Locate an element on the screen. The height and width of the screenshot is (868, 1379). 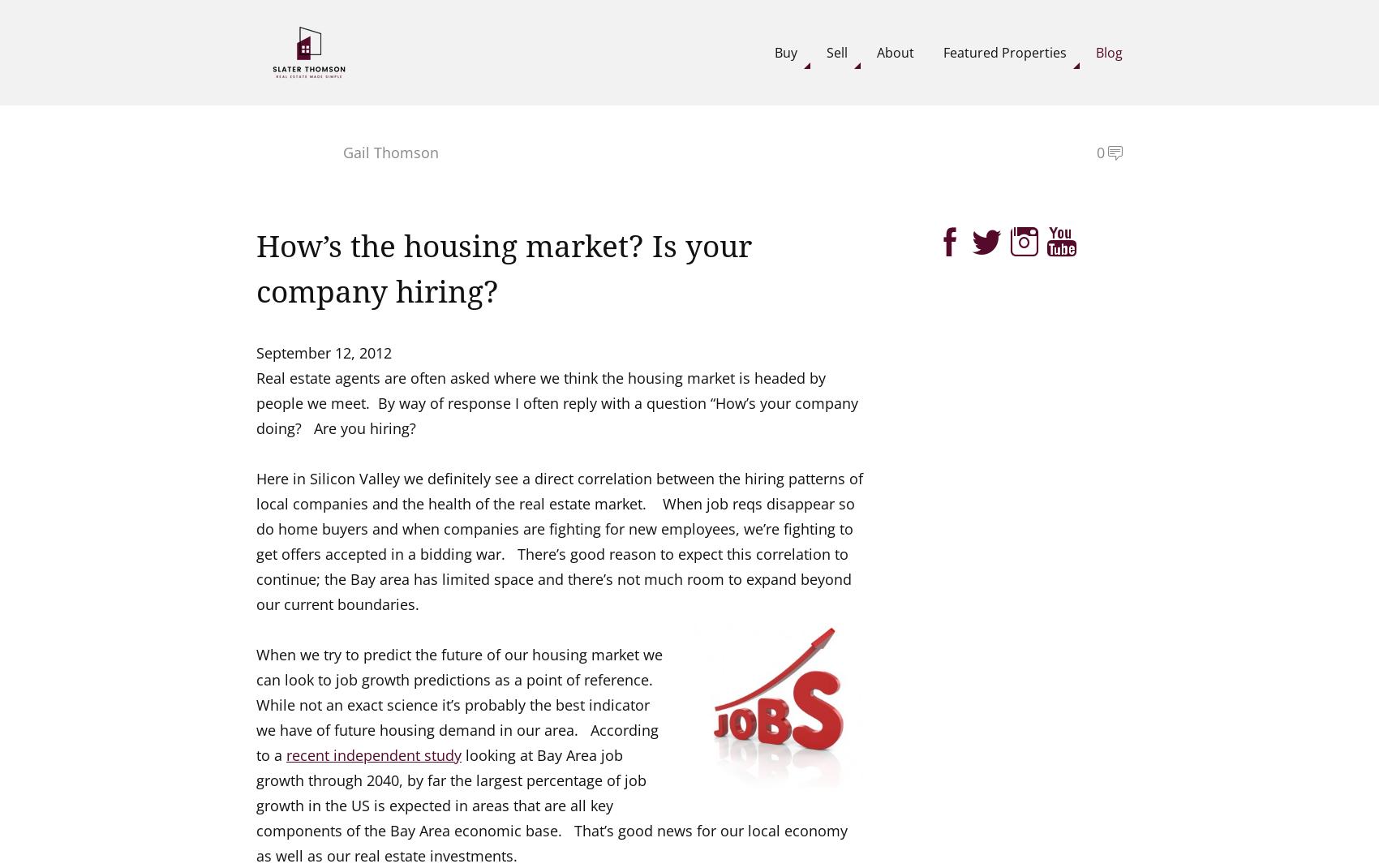
'0' is located at coordinates (1100, 151).